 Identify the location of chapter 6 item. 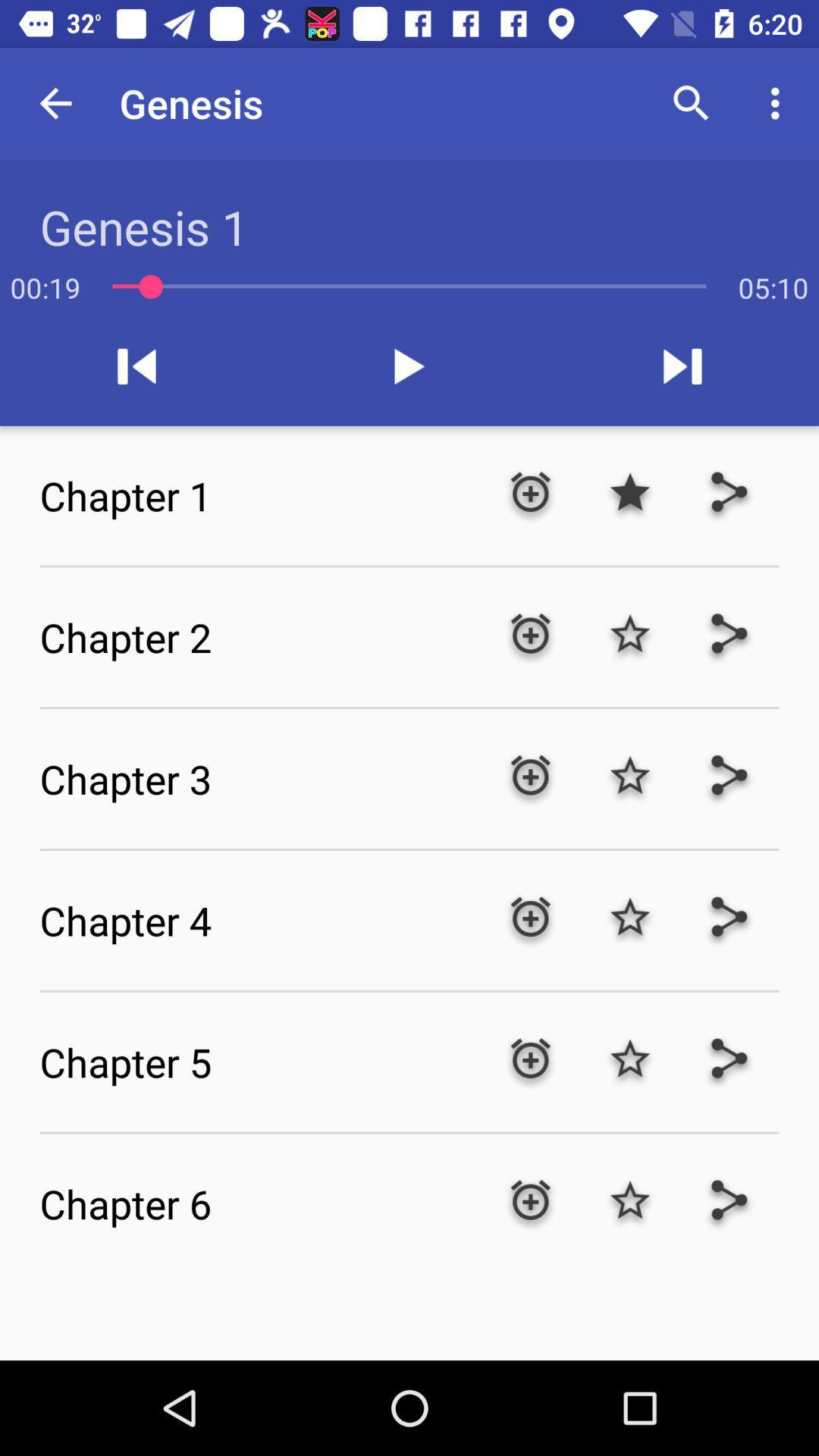
(259, 1203).